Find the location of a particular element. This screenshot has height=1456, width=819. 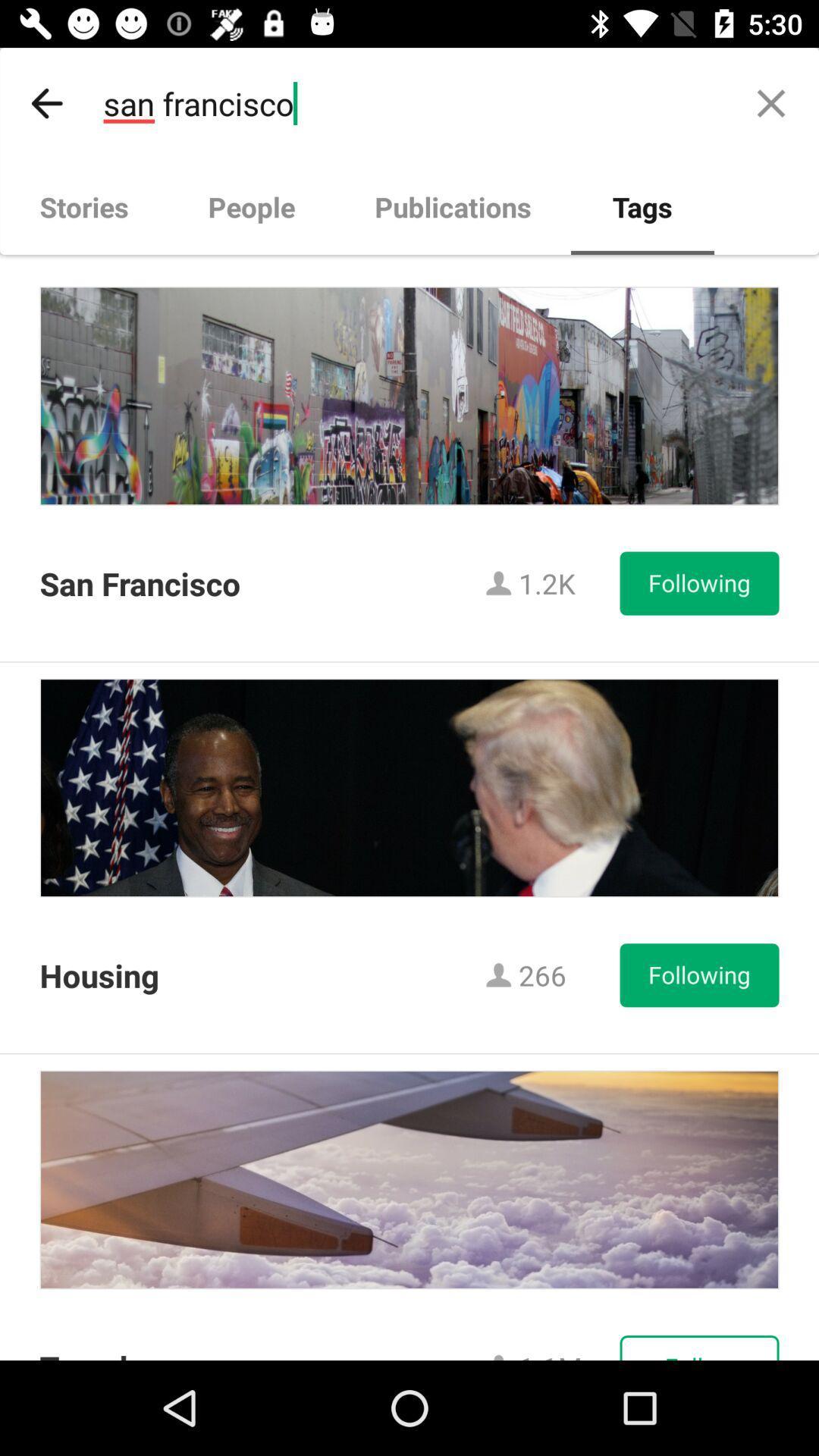

item next to the san francisco is located at coordinates (771, 102).